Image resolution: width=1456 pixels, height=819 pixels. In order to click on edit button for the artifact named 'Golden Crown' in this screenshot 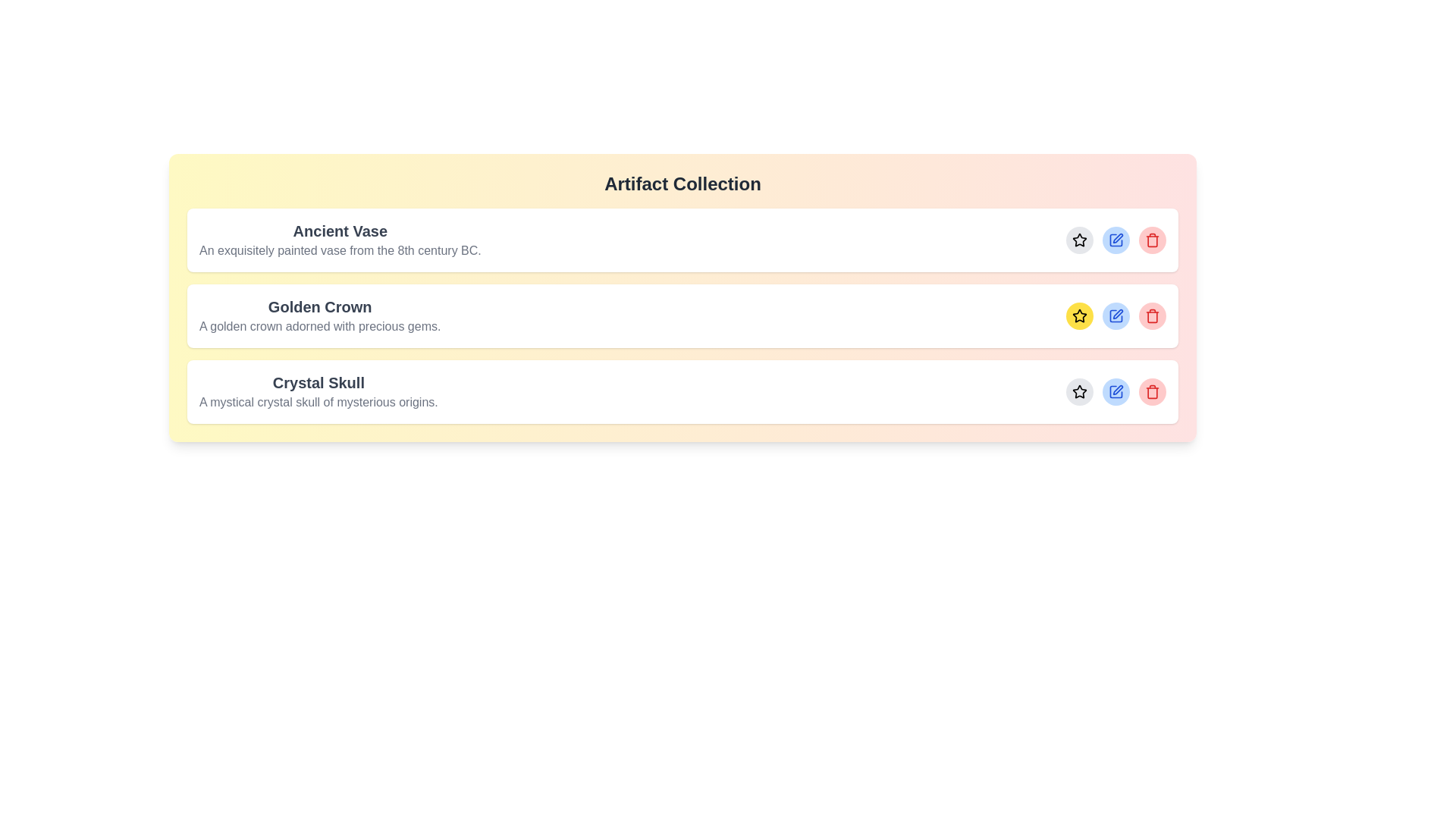, I will do `click(1116, 315)`.